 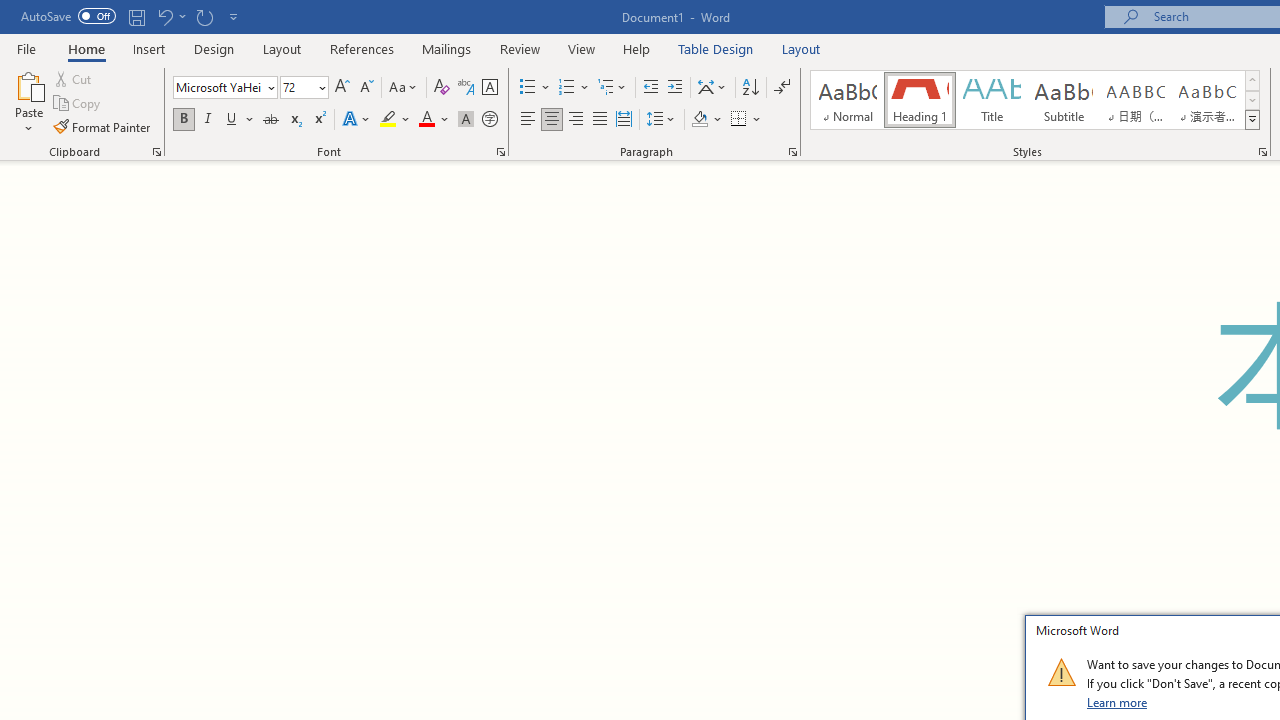 I want to click on 'Learn more', so click(x=1117, y=701).